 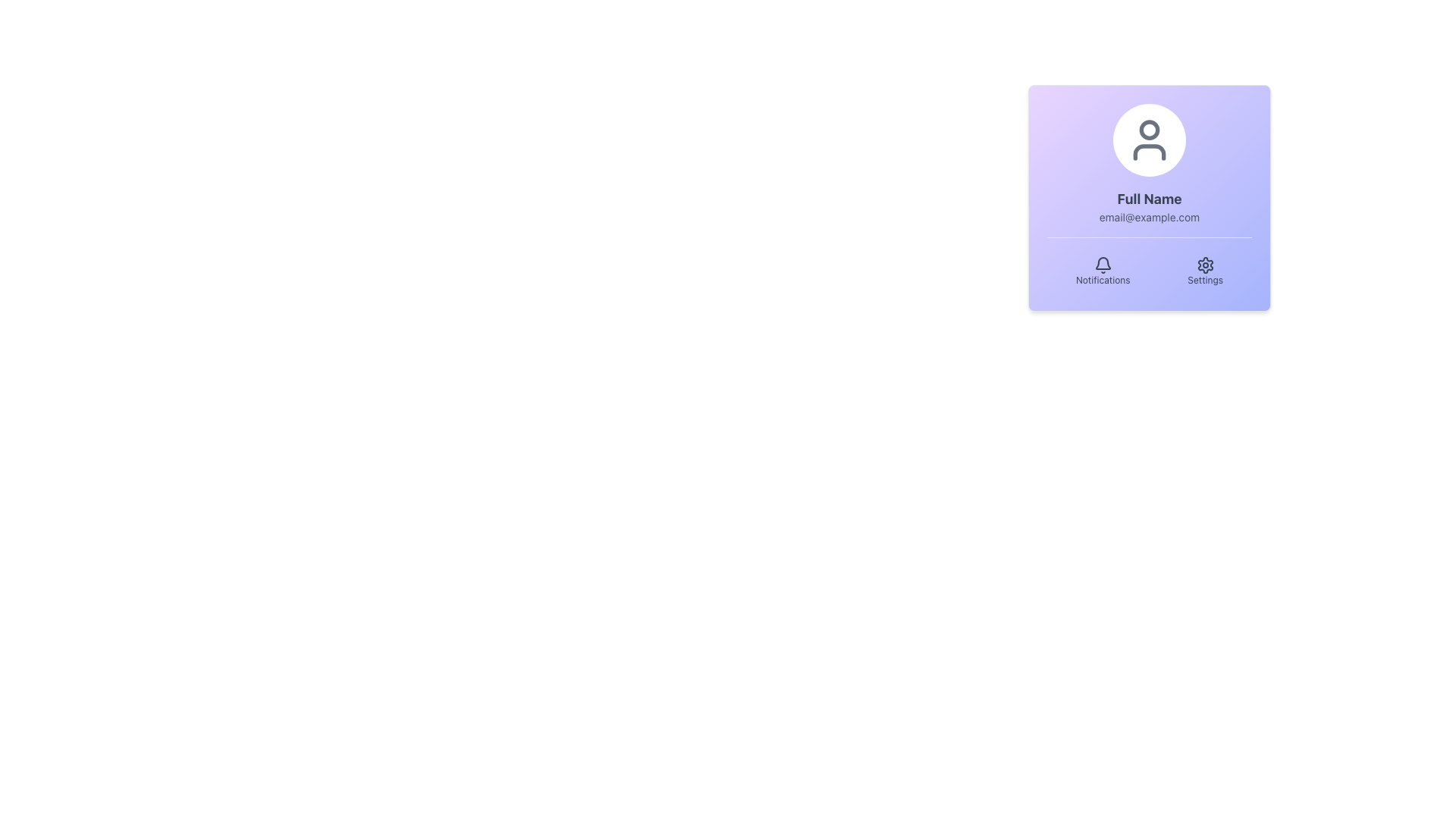 I want to click on text label that corresponds to the settings functionality, located in the bottom-right corner of the user profile card, so click(x=1204, y=281).